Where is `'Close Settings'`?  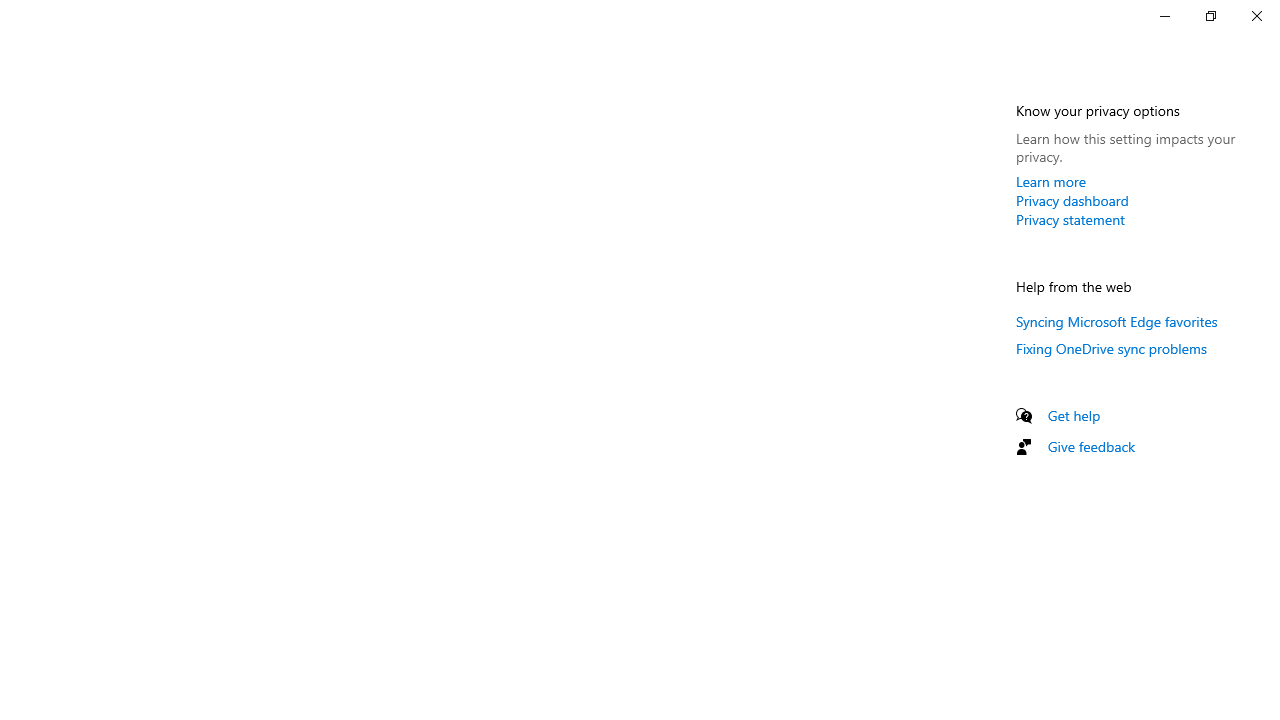
'Close Settings' is located at coordinates (1255, 15).